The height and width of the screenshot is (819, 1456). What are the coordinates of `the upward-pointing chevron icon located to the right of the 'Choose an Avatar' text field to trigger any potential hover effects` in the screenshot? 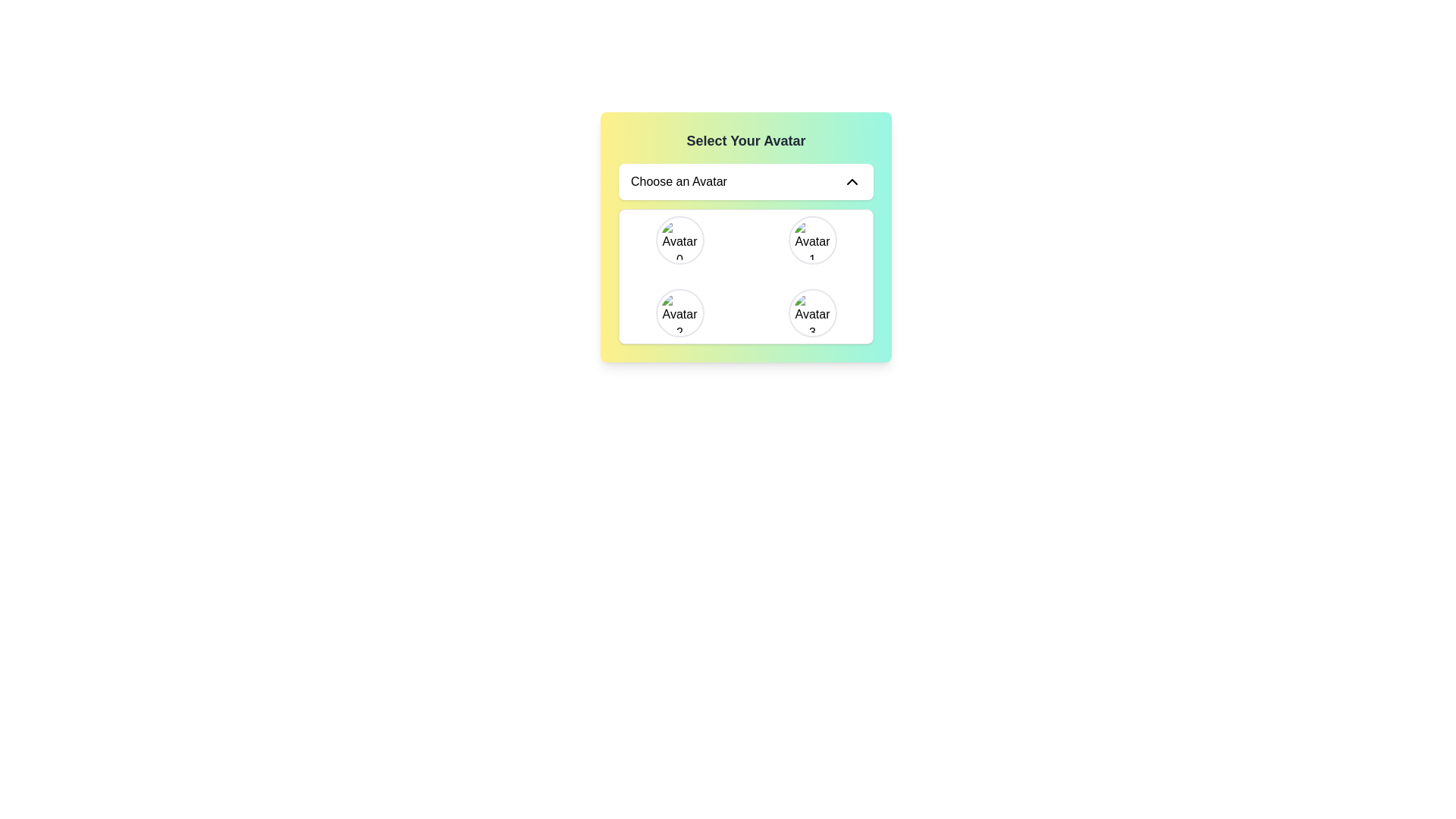 It's located at (852, 180).